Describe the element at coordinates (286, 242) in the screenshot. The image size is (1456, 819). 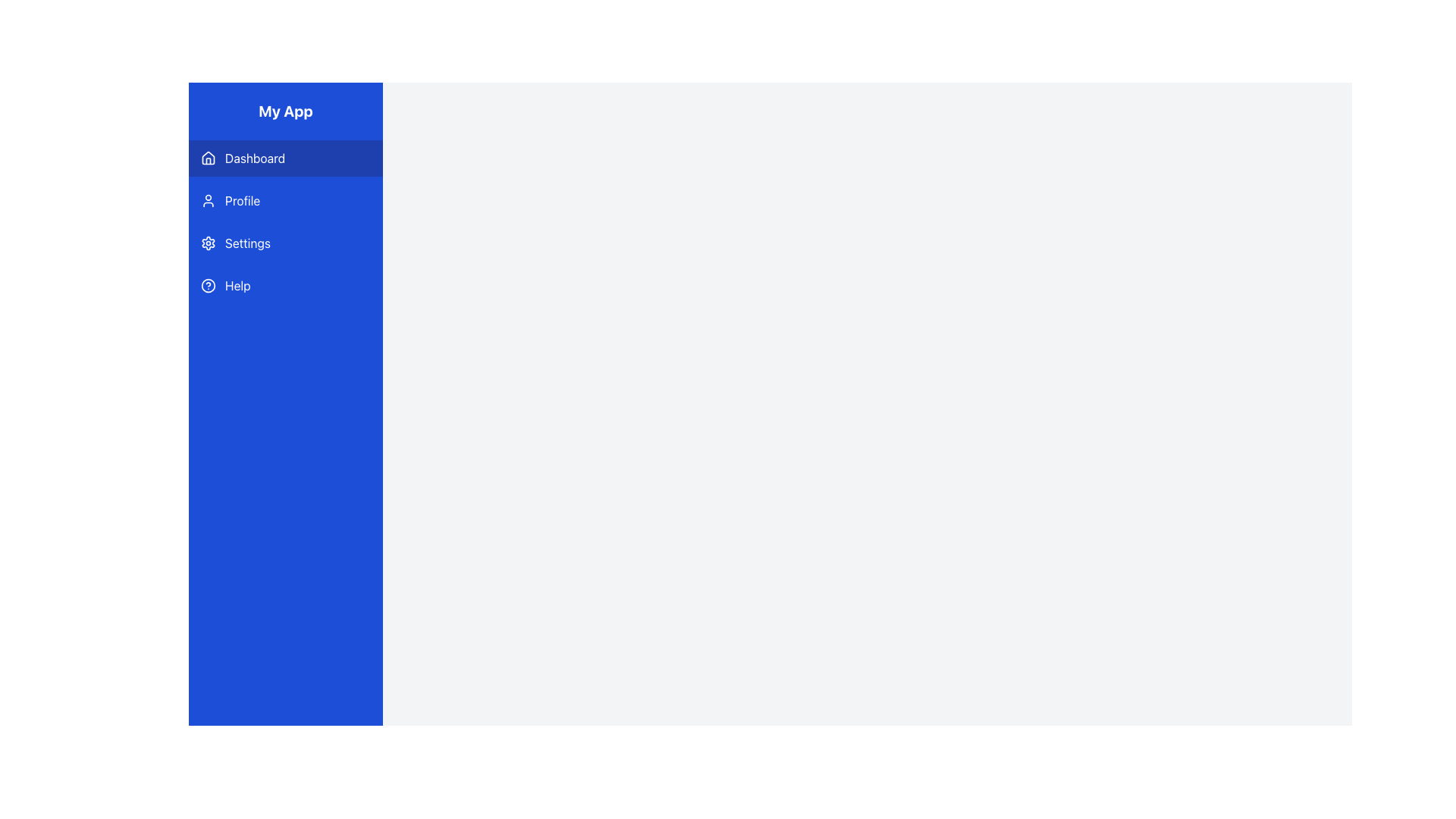
I see `the 'Settings' button located in the sidebar titled 'My App', which is the third menu item below 'Profile' and above 'Help', to change its background color` at that location.